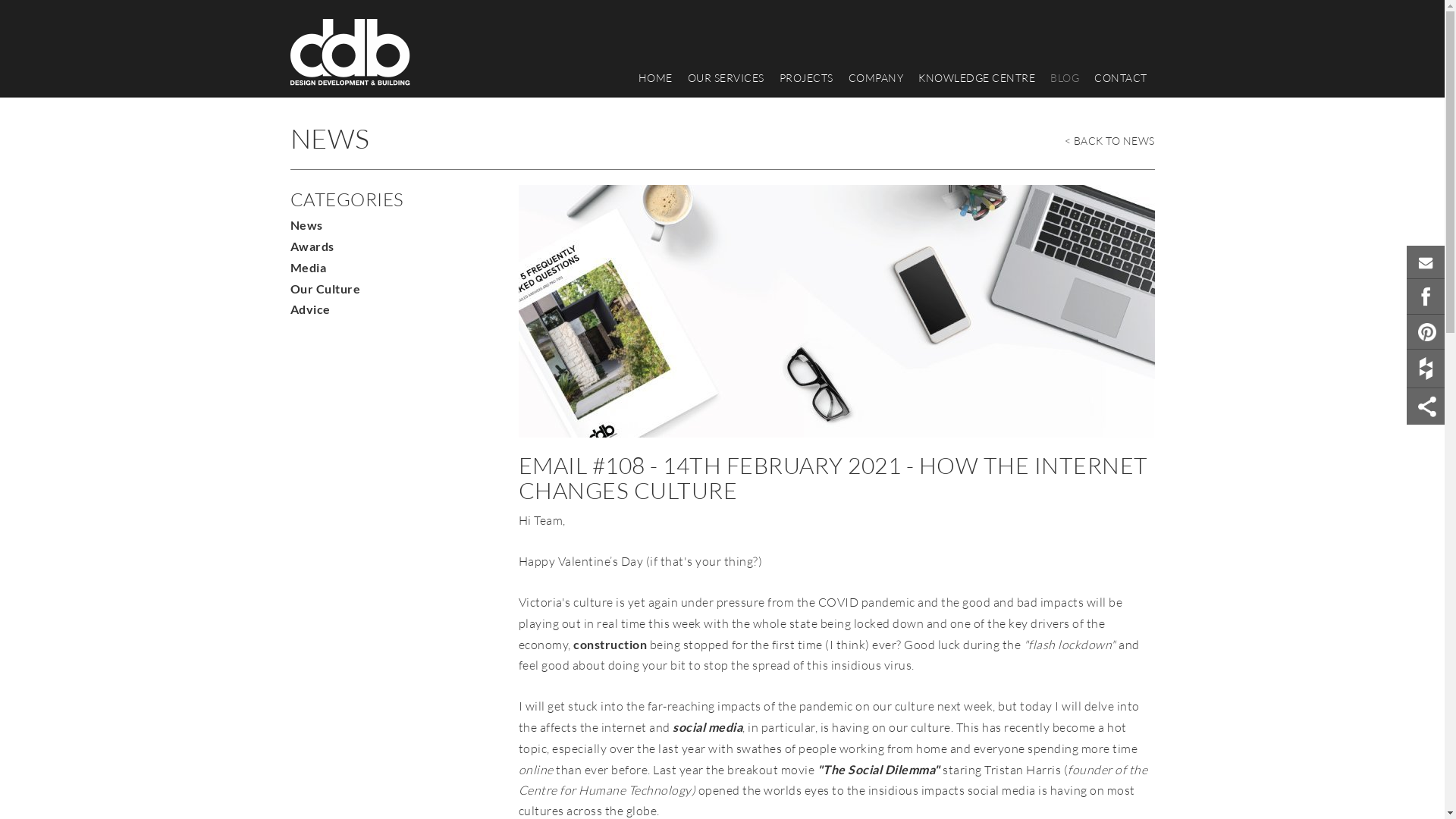 The height and width of the screenshot is (819, 1456). I want to click on 'Awards', so click(290, 245).